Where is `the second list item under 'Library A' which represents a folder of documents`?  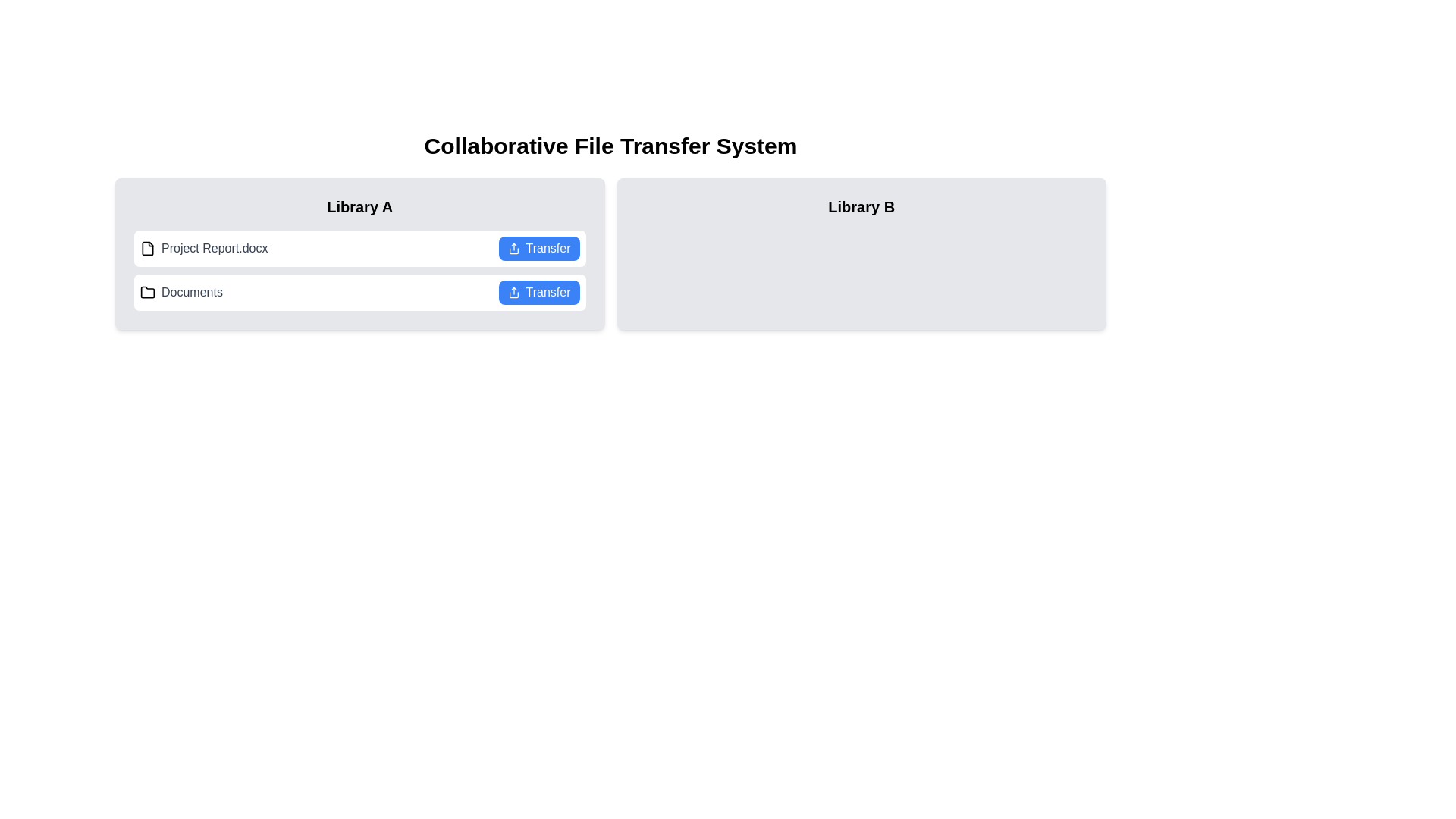 the second list item under 'Library A' which represents a folder of documents is located at coordinates (181, 292).